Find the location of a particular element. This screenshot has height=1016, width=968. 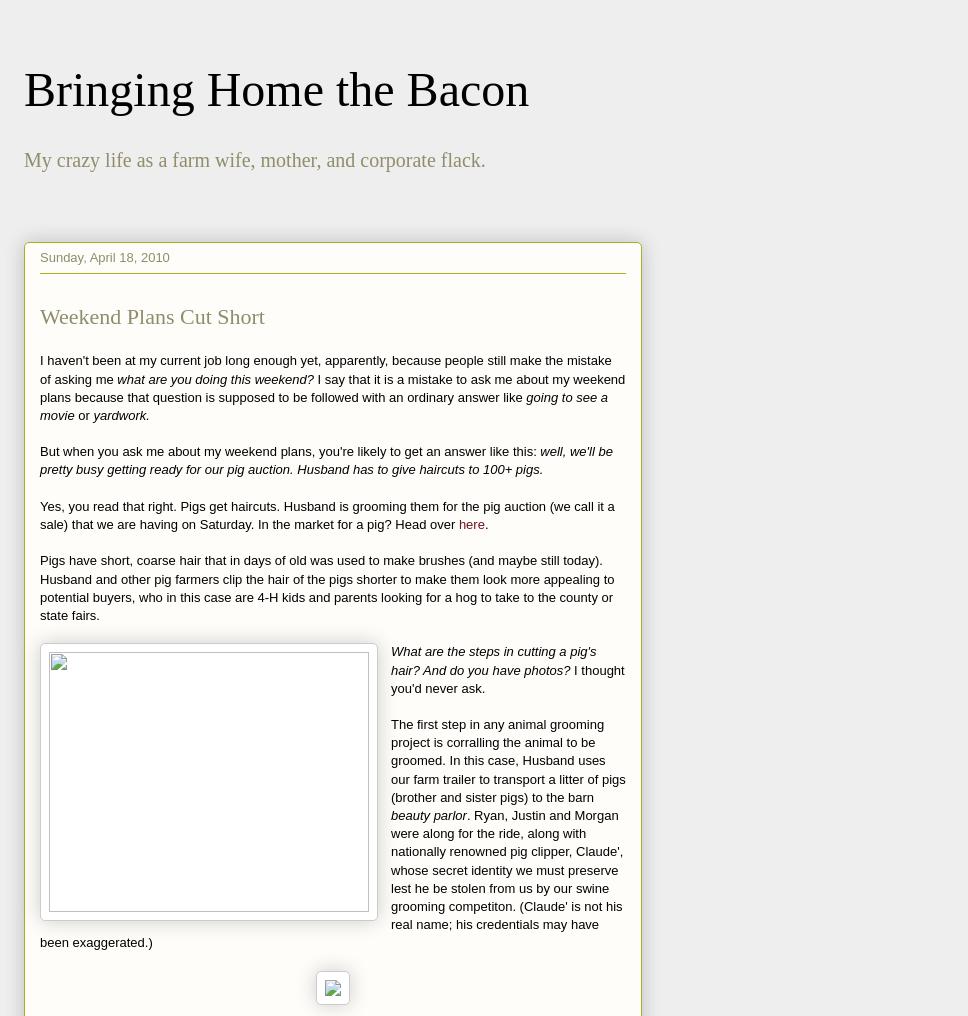

'I say that it is a mistake to ask me about my weekend plans because that question is supposed to be followed with an ordinary answer like' is located at coordinates (332, 386).